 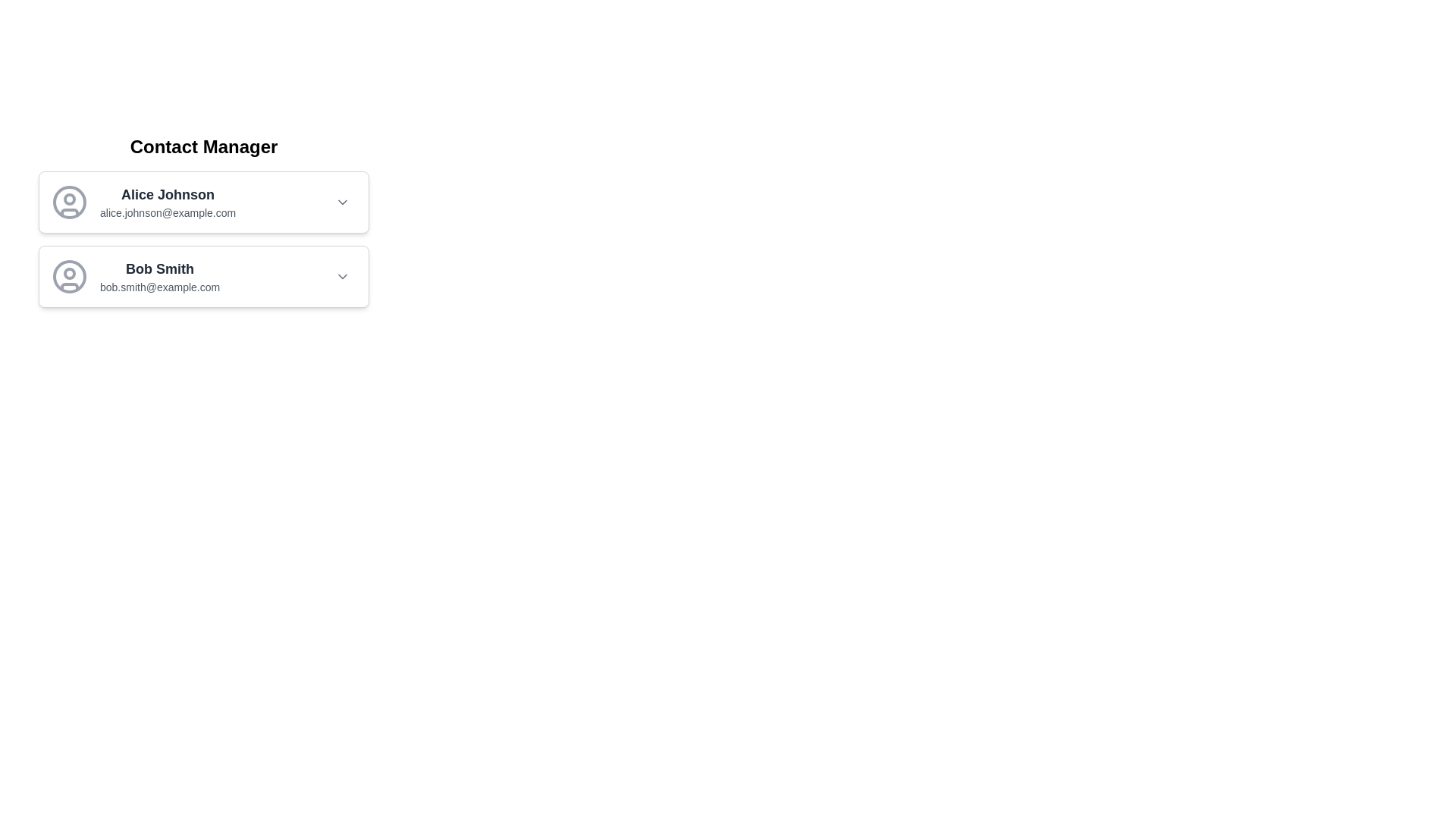 What do you see at coordinates (68, 277) in the screenshot?
I see `the user avatar icon, which is a circular outline with a small head circle and shoulders, located to the left of 'Bob Smith' and 'bob.smith@example.com'` at bounding box center [68, 277].